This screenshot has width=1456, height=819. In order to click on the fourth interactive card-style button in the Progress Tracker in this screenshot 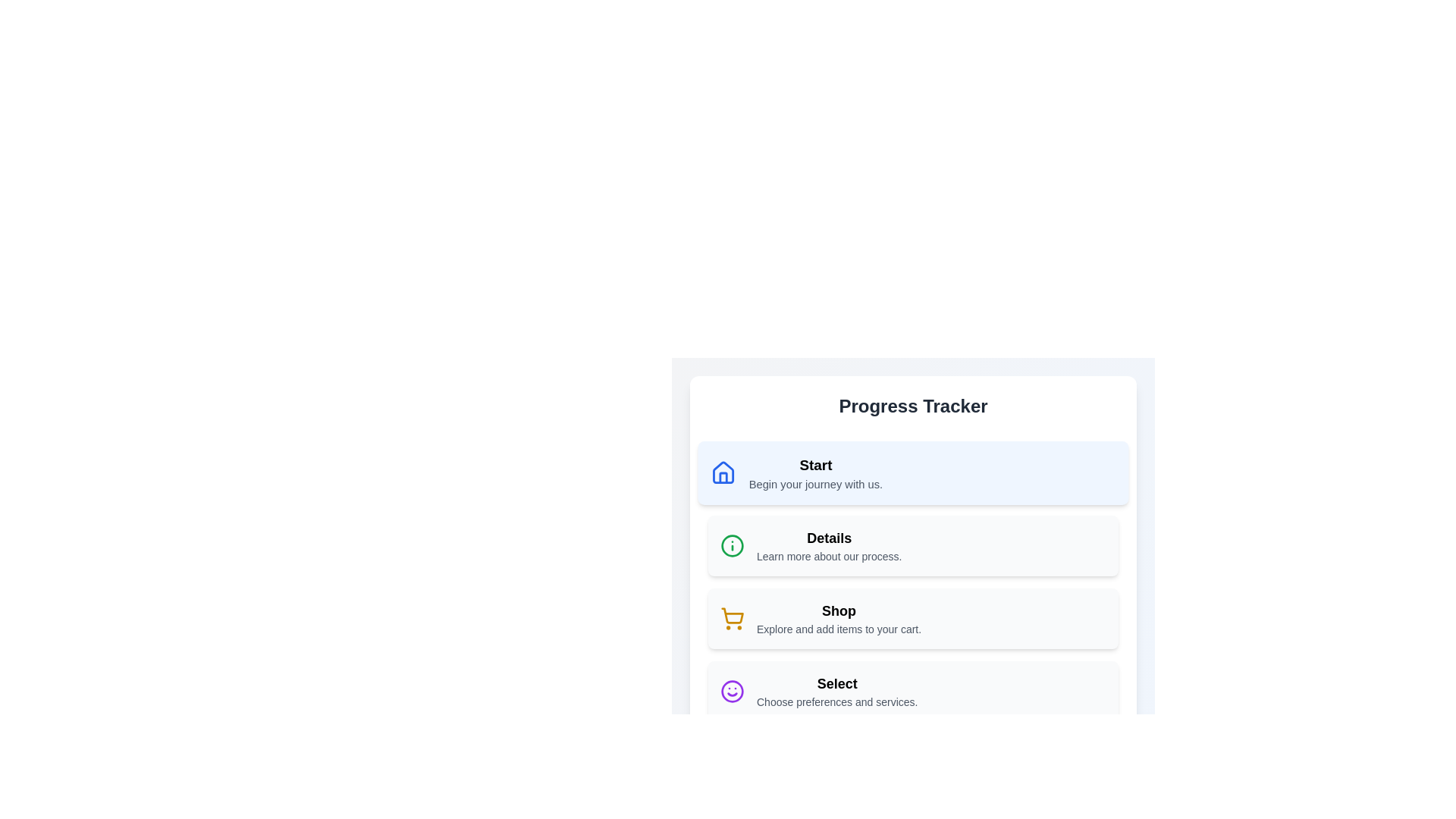, I will do `click(912, 691)`.